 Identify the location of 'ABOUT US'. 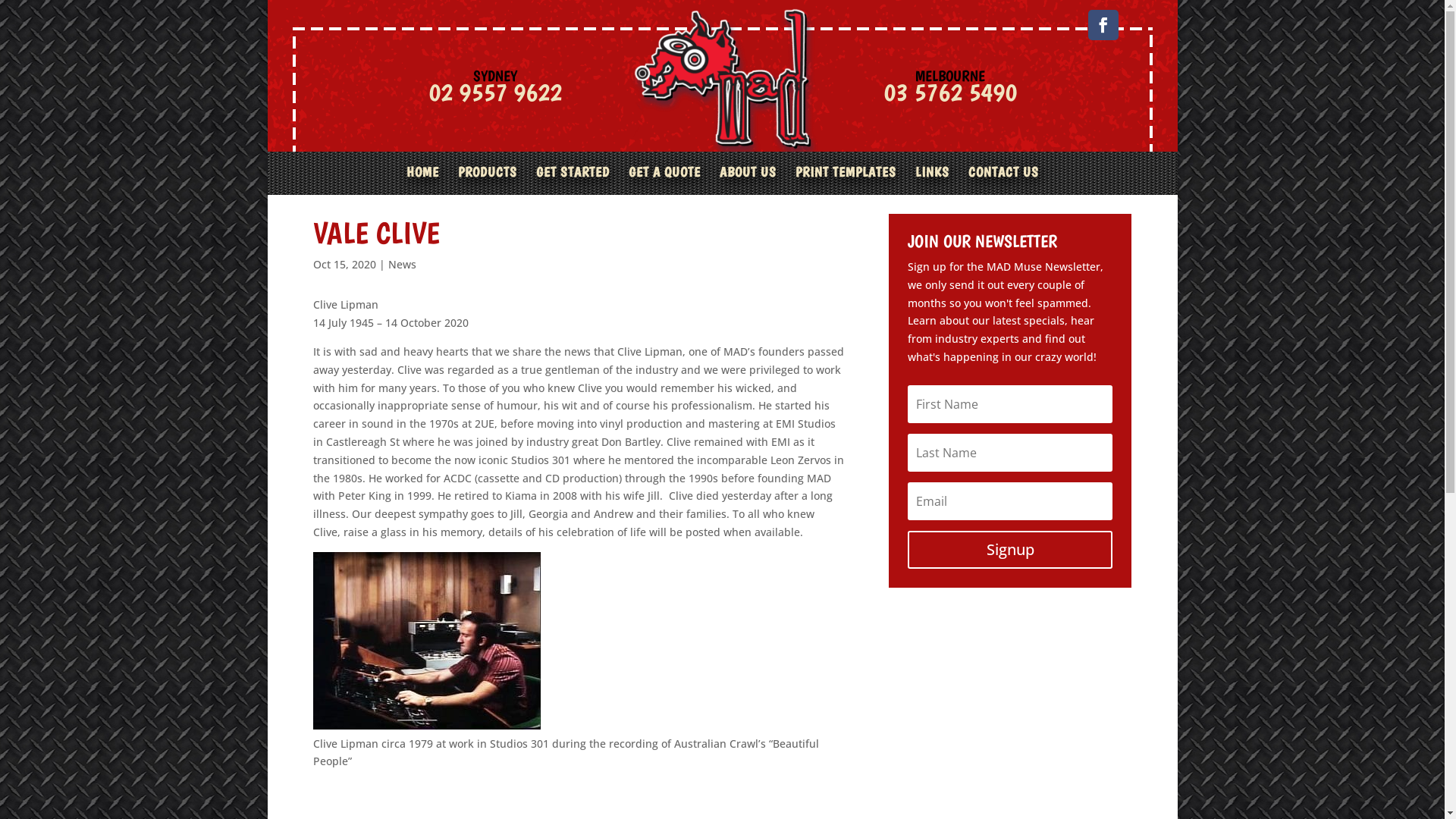
(747, 180).